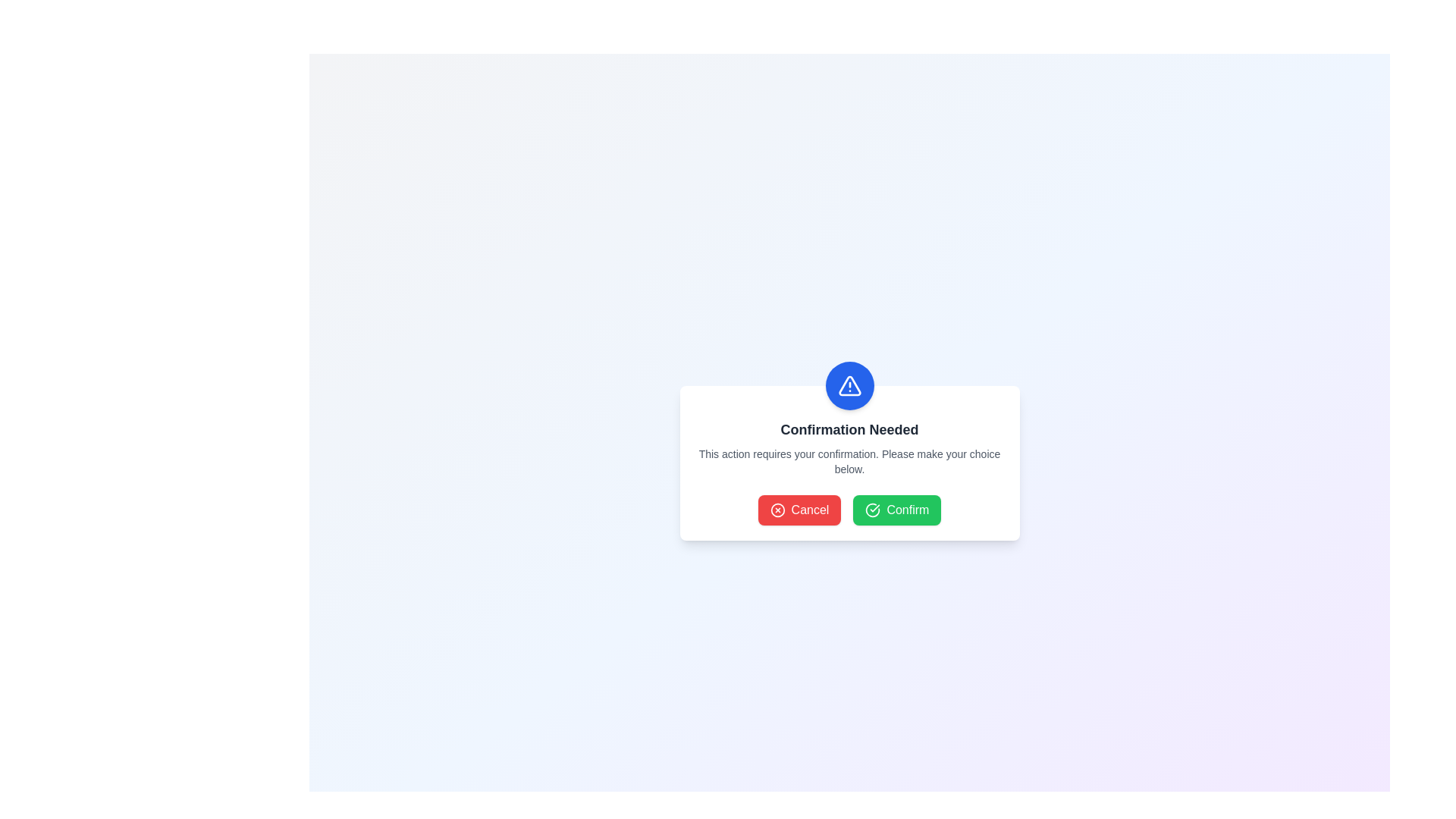 Image resolution: width=1456 pixels, height=819 pixels. Describe the element at coordinates (799, 510) in the screenshot. I see `the red 'Cancel' button with a white 'X' icon` at that location.